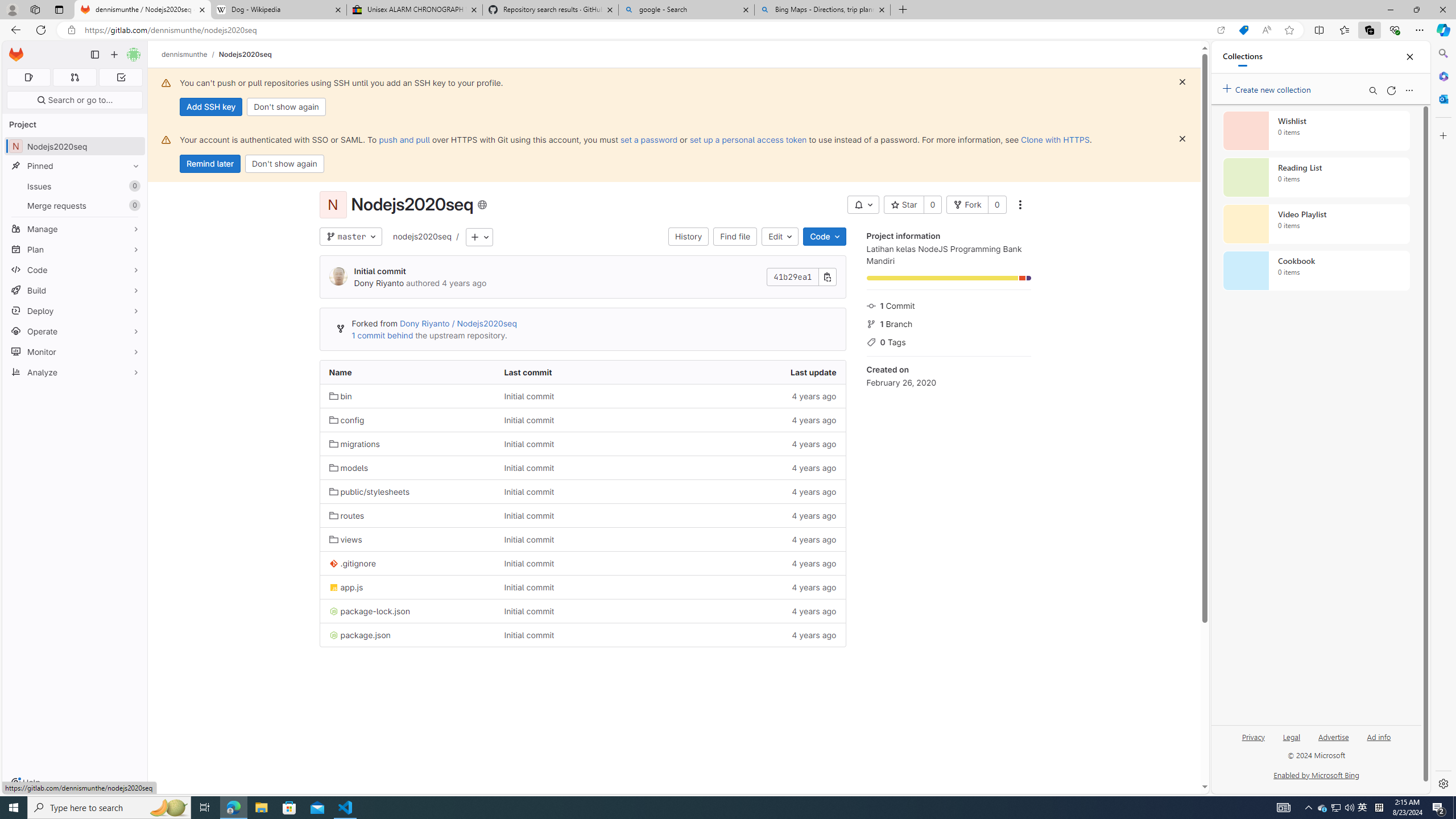 The height and width of the screenshot is (819, 1456). Describe the element at coordinates (74, 205) in the screenshot. I see `'Merge requests 0'` at that location.